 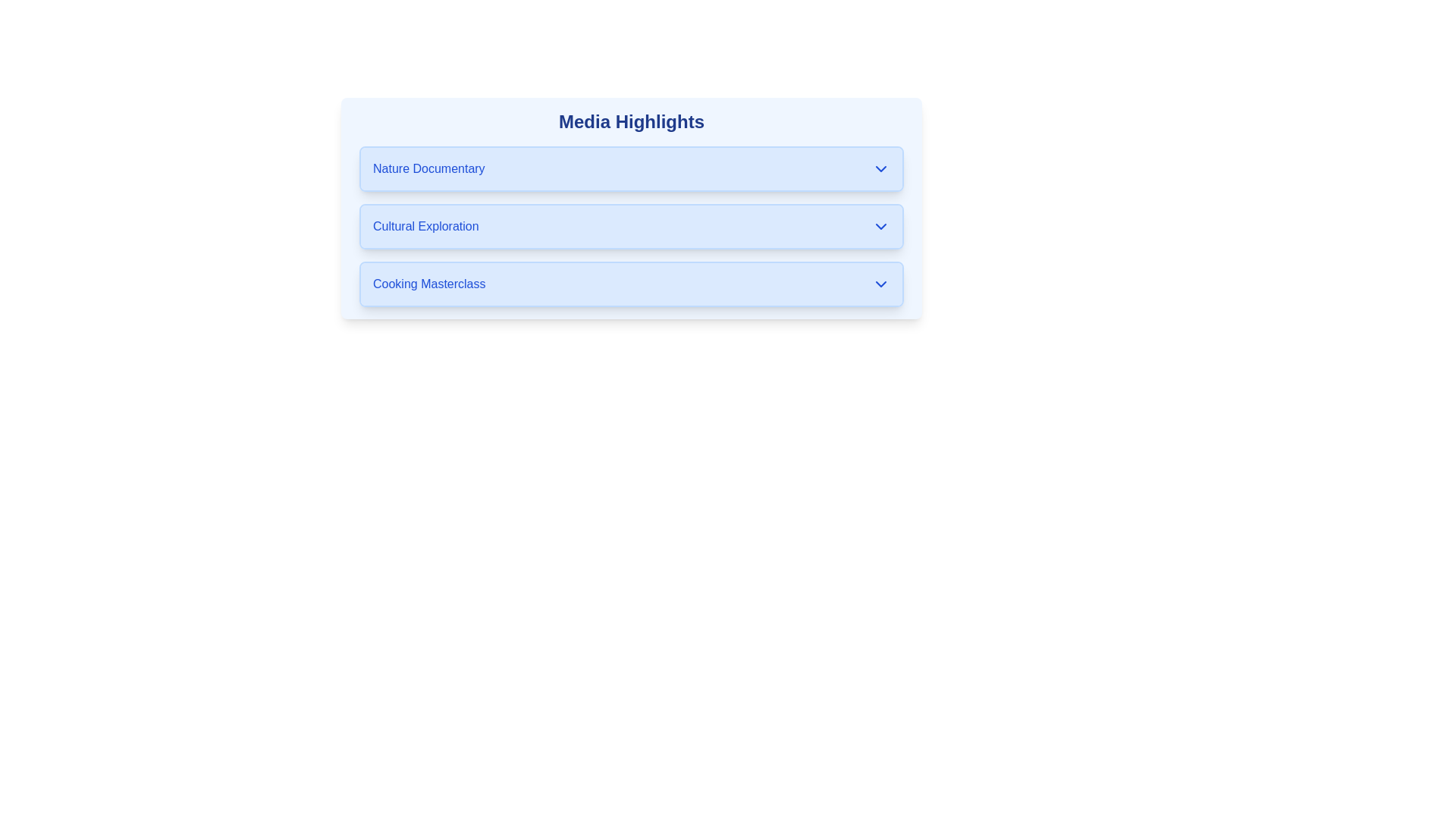 I want to click on the first button in the 'Media Highlights' card to change its background color, so click(x=632, y=169).